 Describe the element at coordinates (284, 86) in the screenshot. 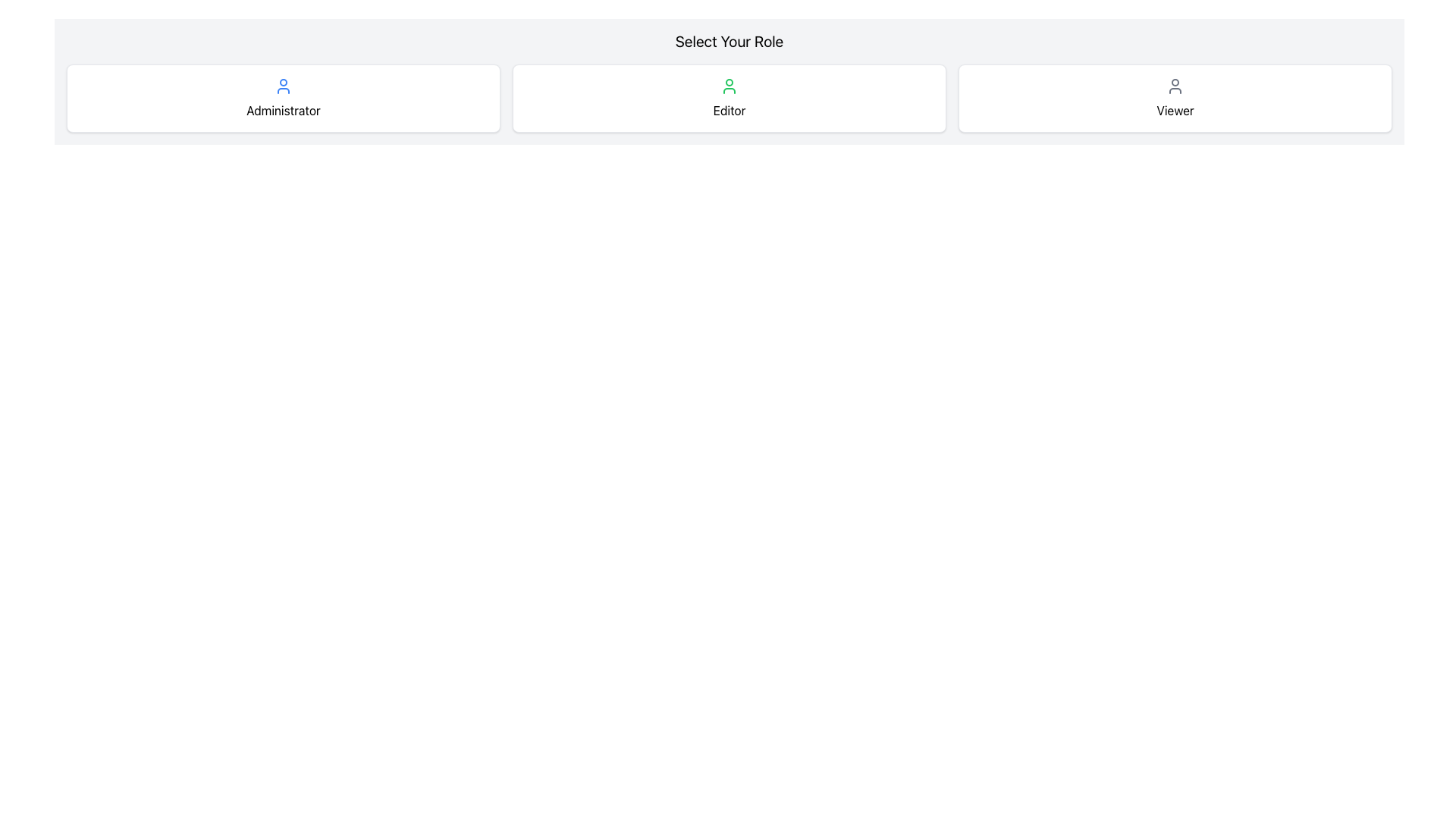

I see `the 'Administrator' role icon located in the first card of the selectable role cards, positioned at the center of the upper section above the 'Administrator' label` at that location.